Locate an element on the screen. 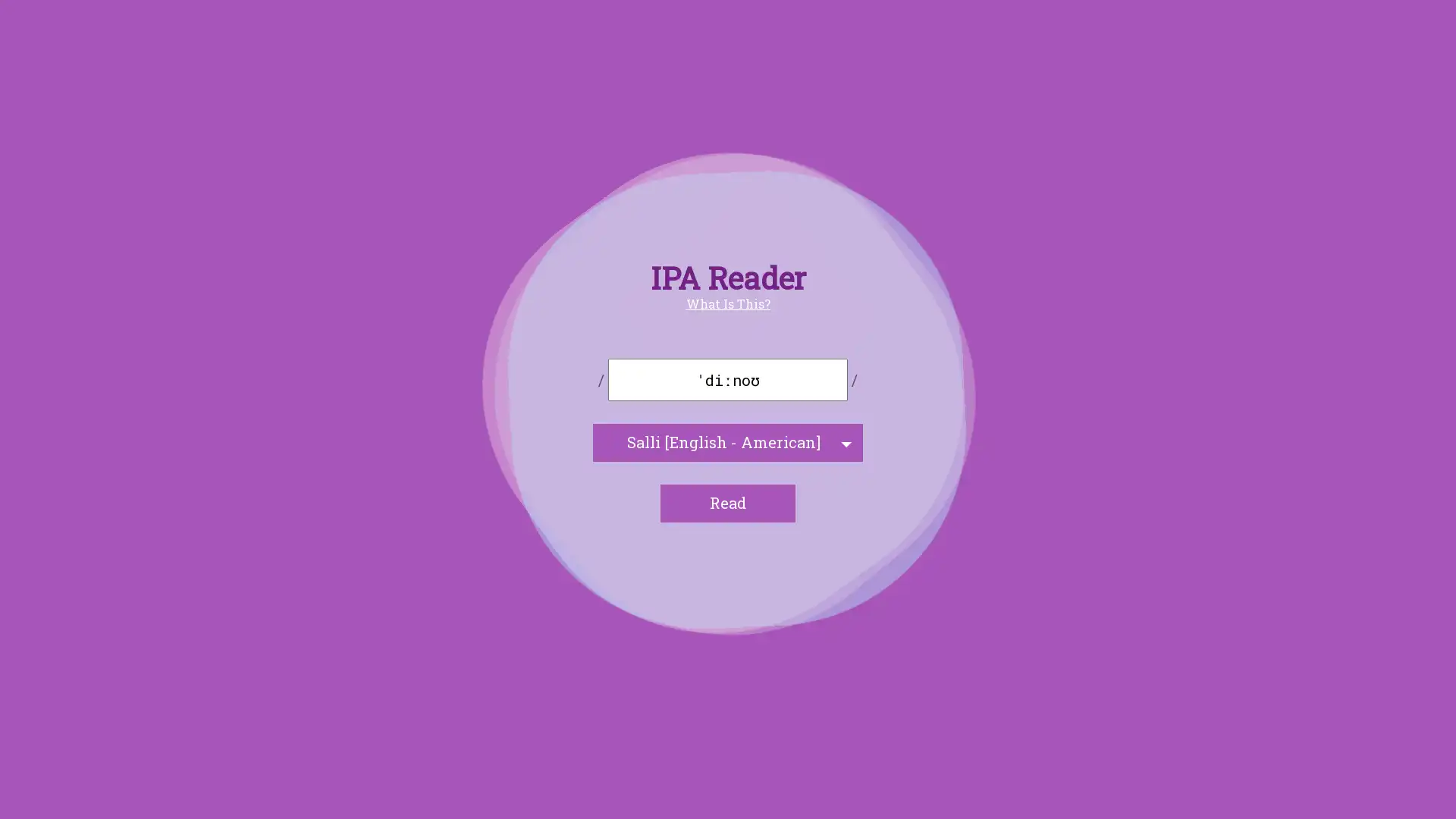 The width and height of the screenshot is (1456, 819). Read is located at coordinates (728, 503).